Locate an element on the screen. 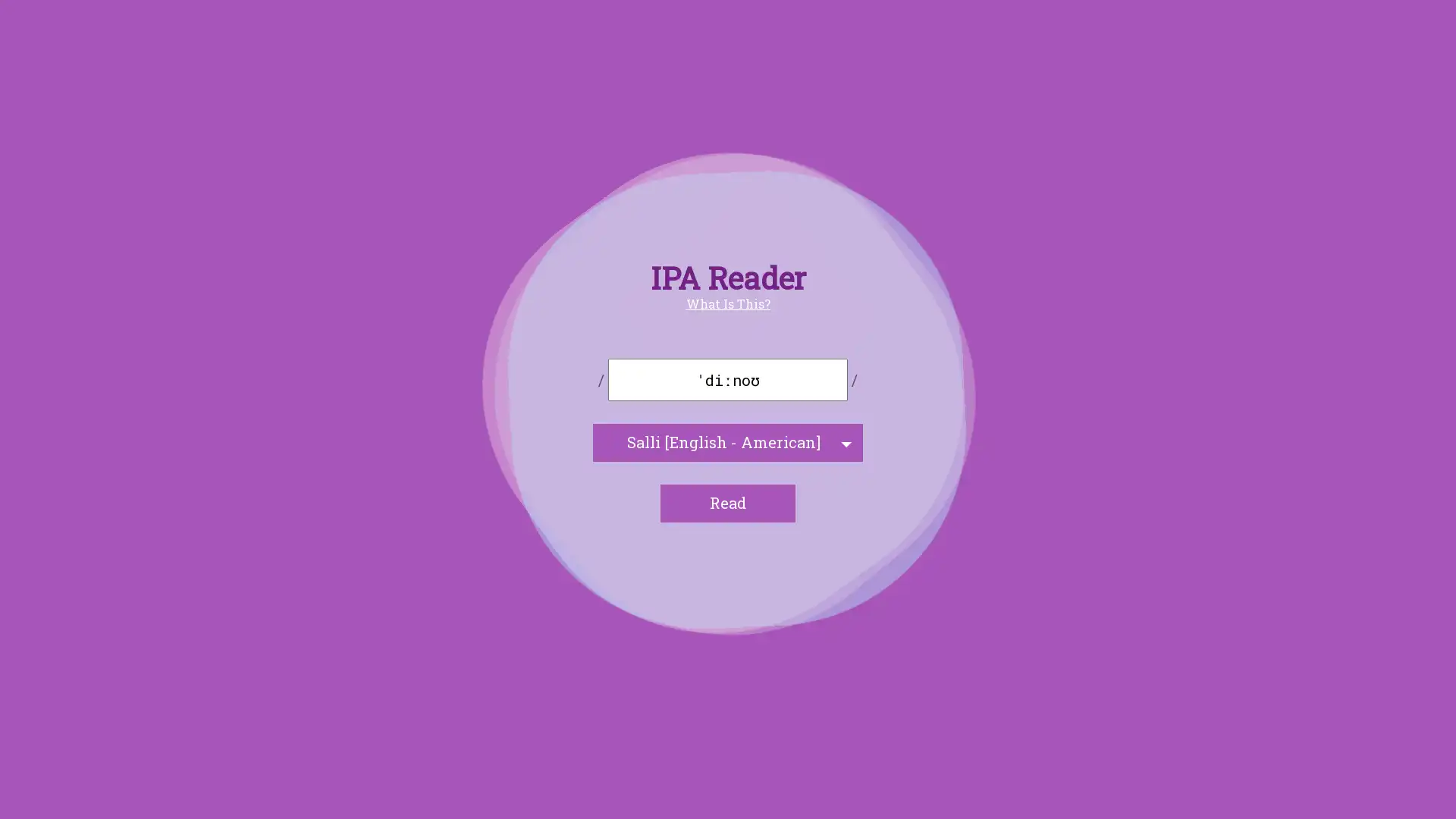 The width and height of the screenshot is (1456, 819). Read is located at coordinates (728, 503).